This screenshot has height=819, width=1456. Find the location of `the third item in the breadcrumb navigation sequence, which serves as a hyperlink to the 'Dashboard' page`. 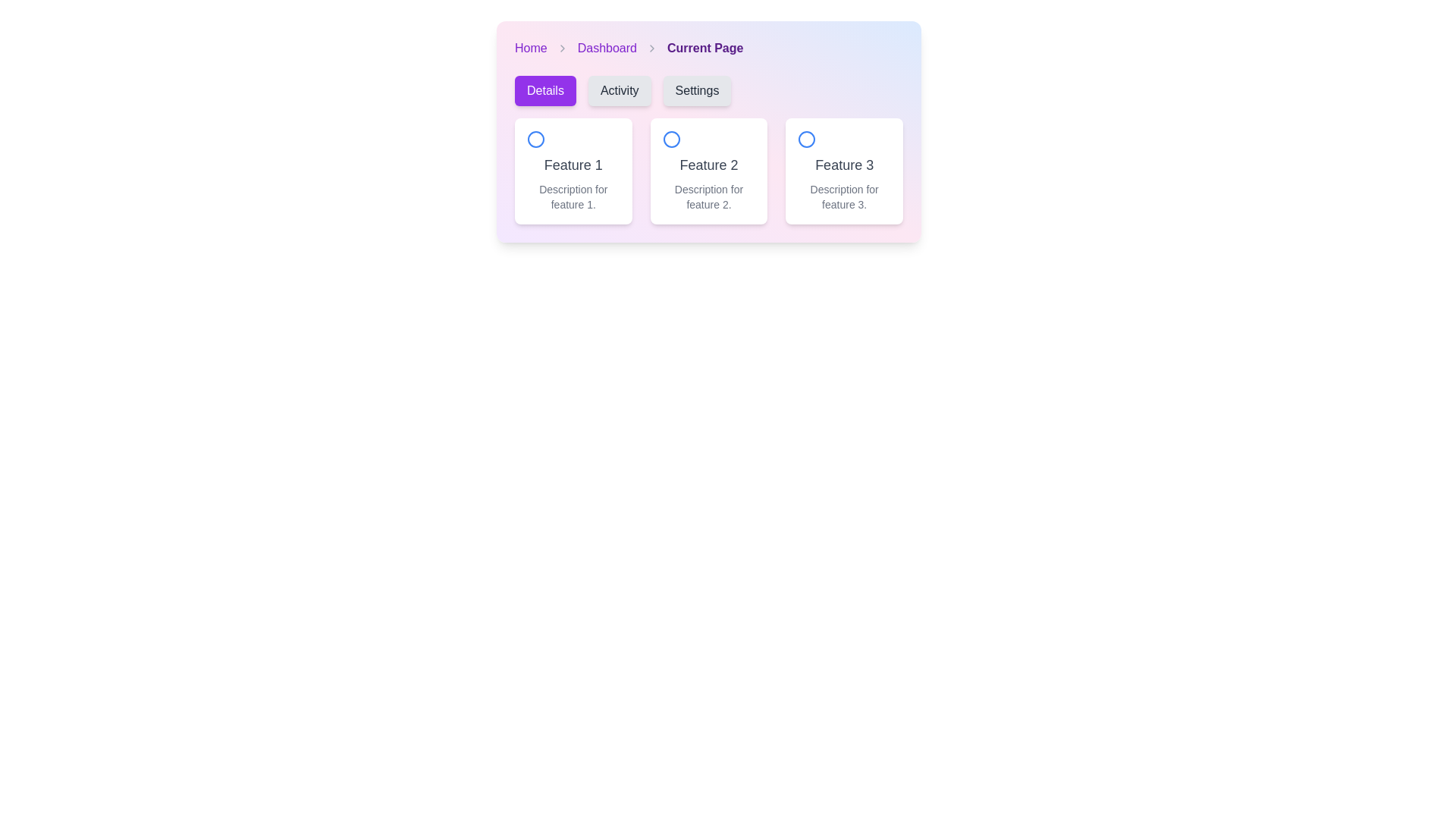

the third item in the breadcrumb navigation sequence, which serves as a hyperlink to the 'Dashboard' page is located at coordinates (607, 48).